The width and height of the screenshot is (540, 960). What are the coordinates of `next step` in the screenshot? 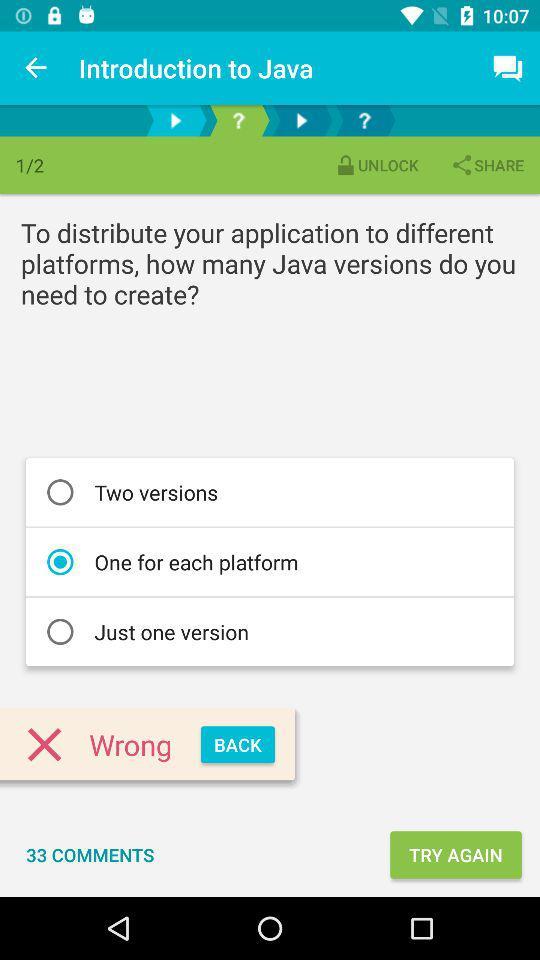 It's located at (300, 120).